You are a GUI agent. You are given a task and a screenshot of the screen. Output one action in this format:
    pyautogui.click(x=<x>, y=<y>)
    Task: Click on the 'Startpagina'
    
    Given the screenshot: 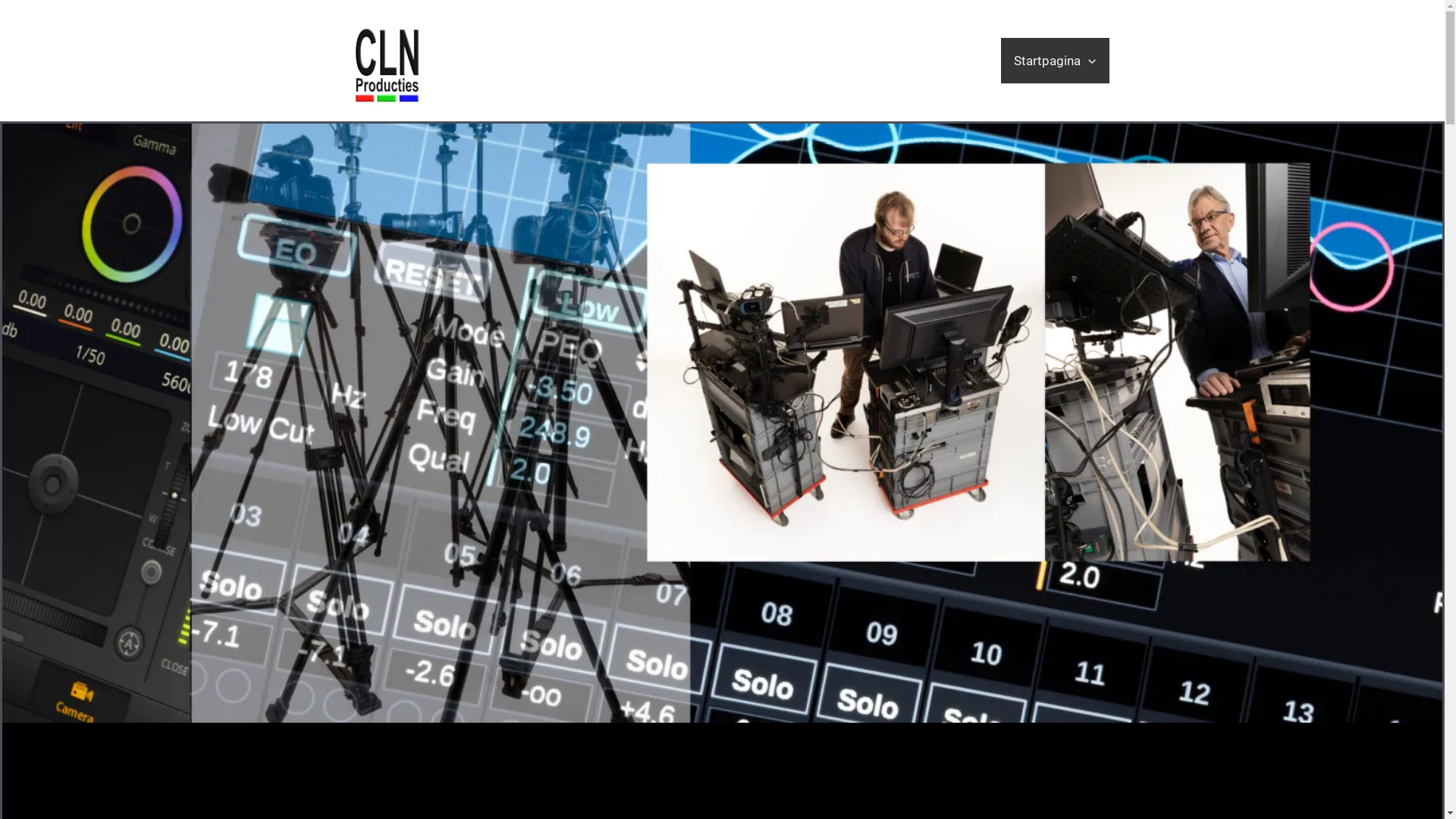 What is the action you would take?
    pyautogui.click(x=1054, y=60)
    